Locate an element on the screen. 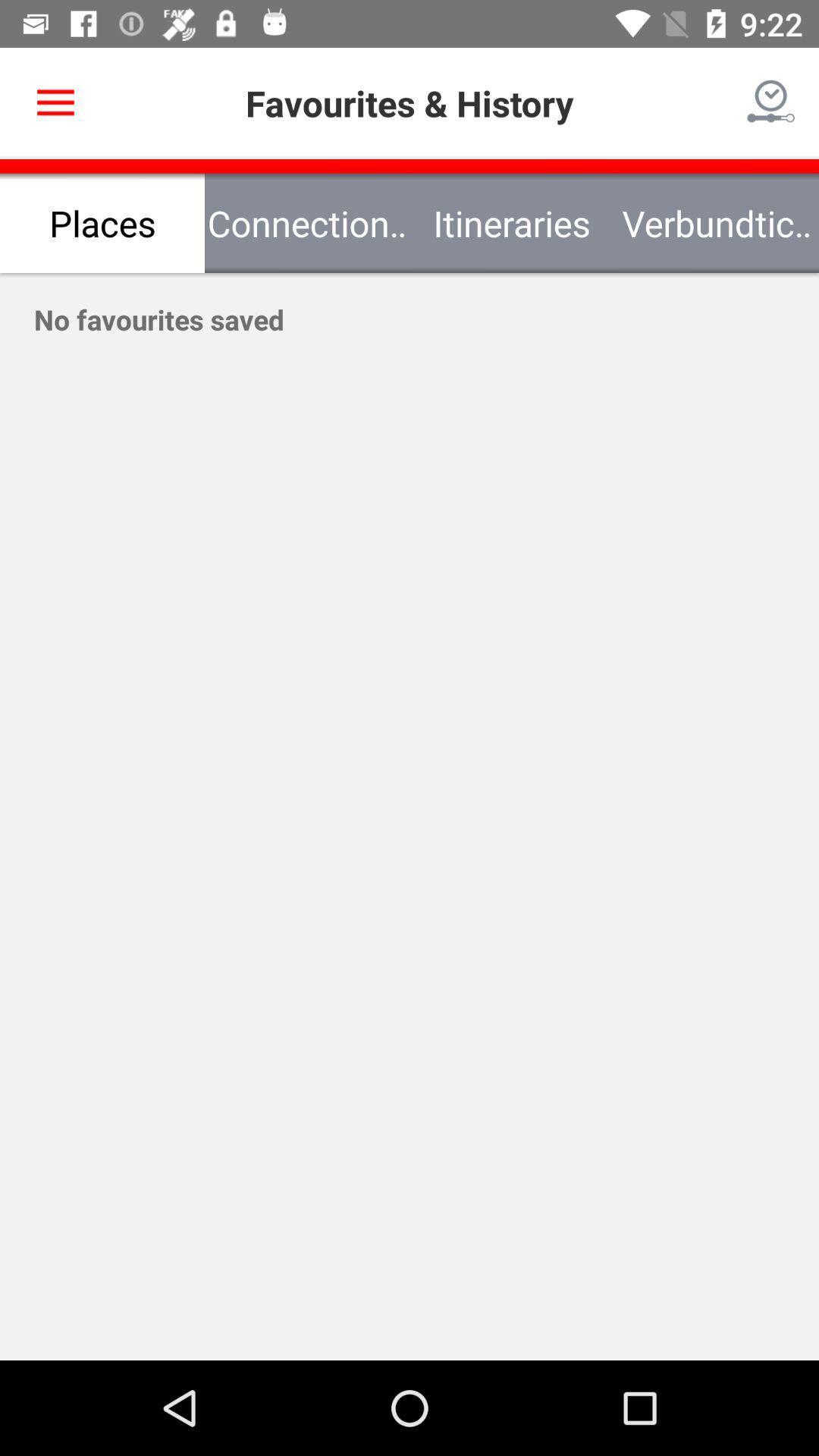 This screenshot has height=1456, width=819. the itineraries icon is located at coordinates (512, 222).